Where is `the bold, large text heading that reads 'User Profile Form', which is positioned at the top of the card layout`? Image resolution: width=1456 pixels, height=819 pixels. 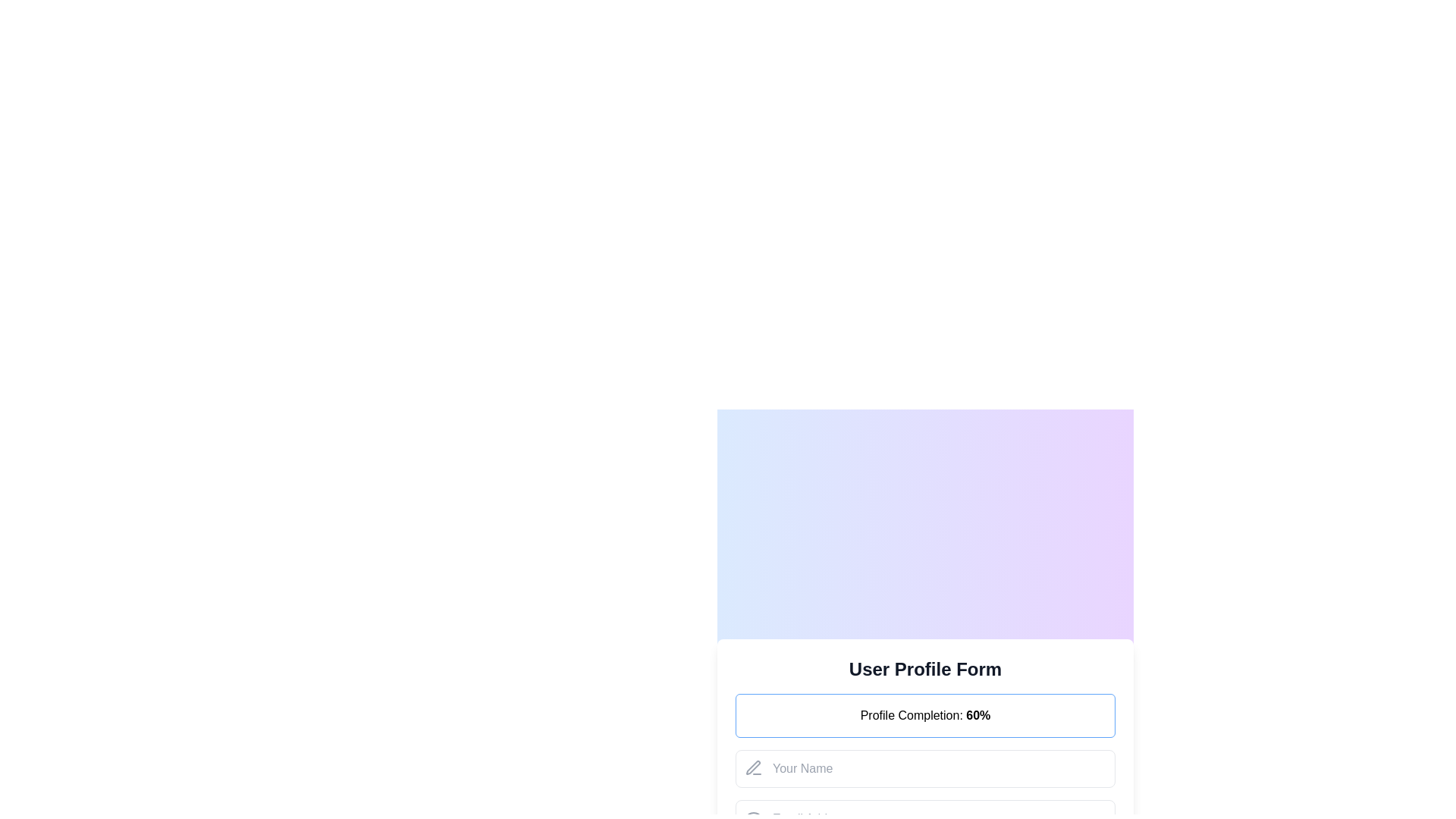 the bold, large text heading that reads 'User Profile Form', which is positioned at the top of the card layout is located at coordinates (924, 668).